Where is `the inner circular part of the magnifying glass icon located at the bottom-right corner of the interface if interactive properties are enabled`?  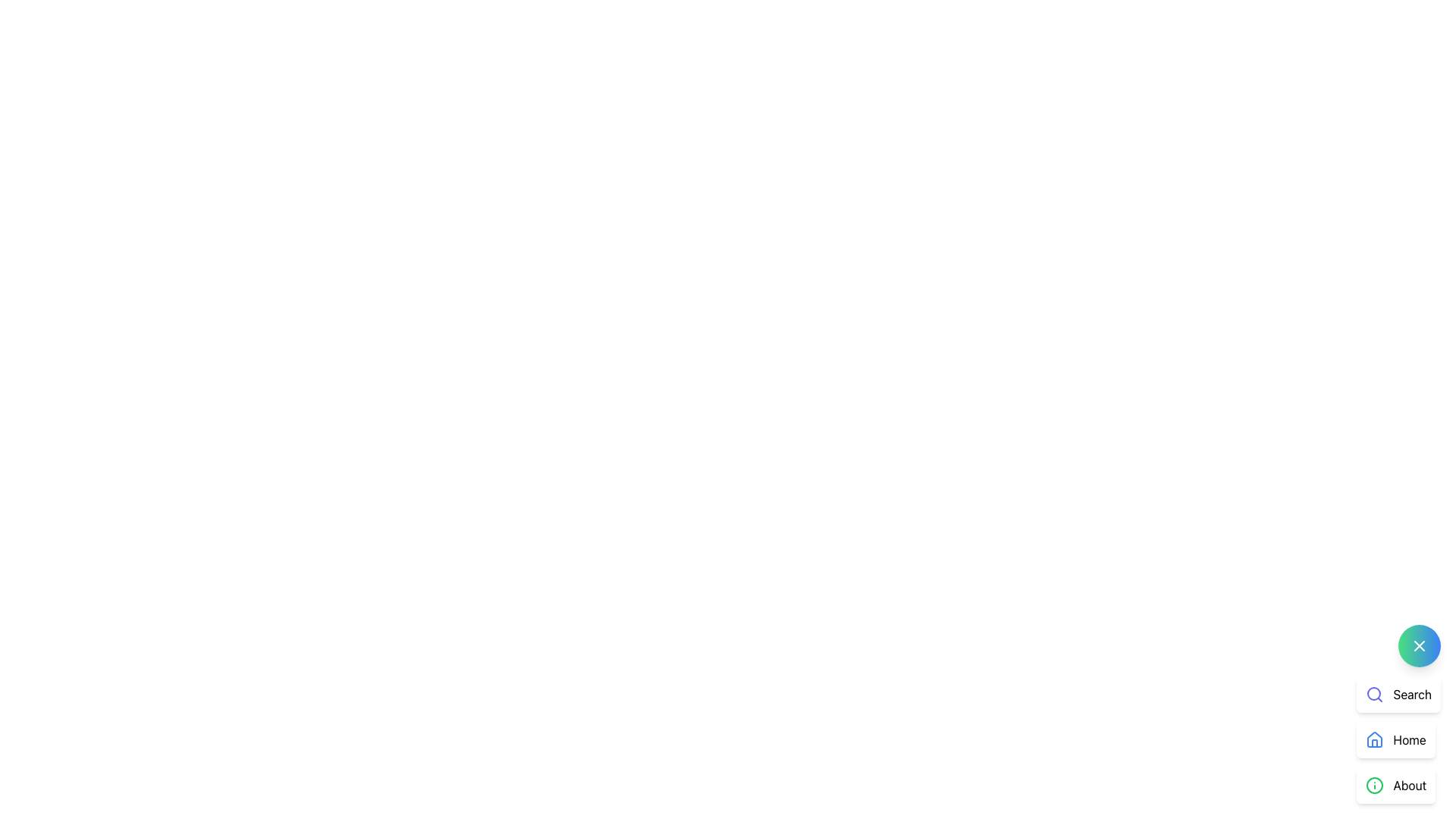 the inner circular part of the magnifying glass icon located at the bottom-right corner of the interface if interactive properties are enabled is located at coordinates (1374, 693).